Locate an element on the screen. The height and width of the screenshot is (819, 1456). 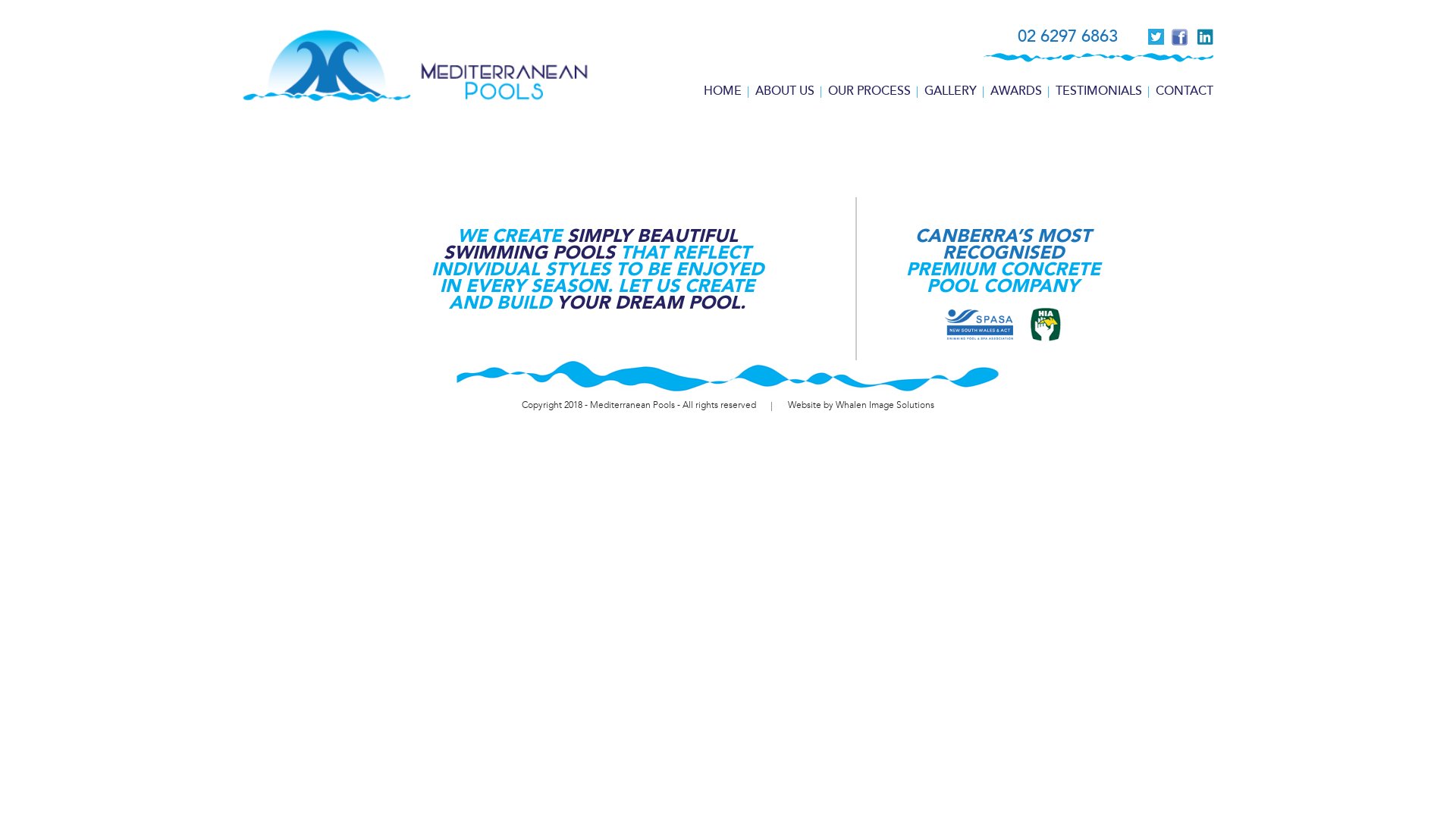
'AWARDS' is located at coordinates (990, 90).